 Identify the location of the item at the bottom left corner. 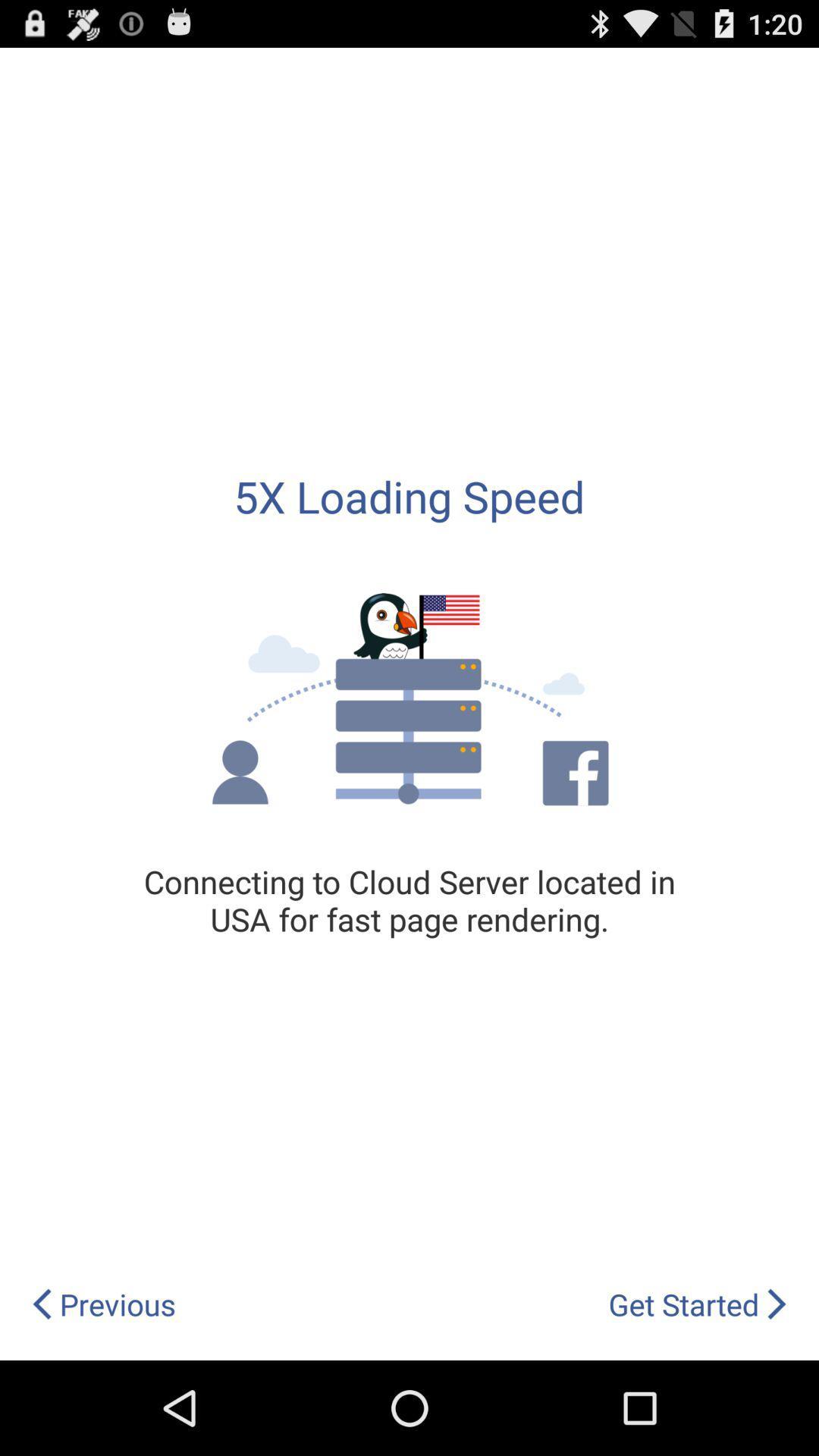
(102, 1304).